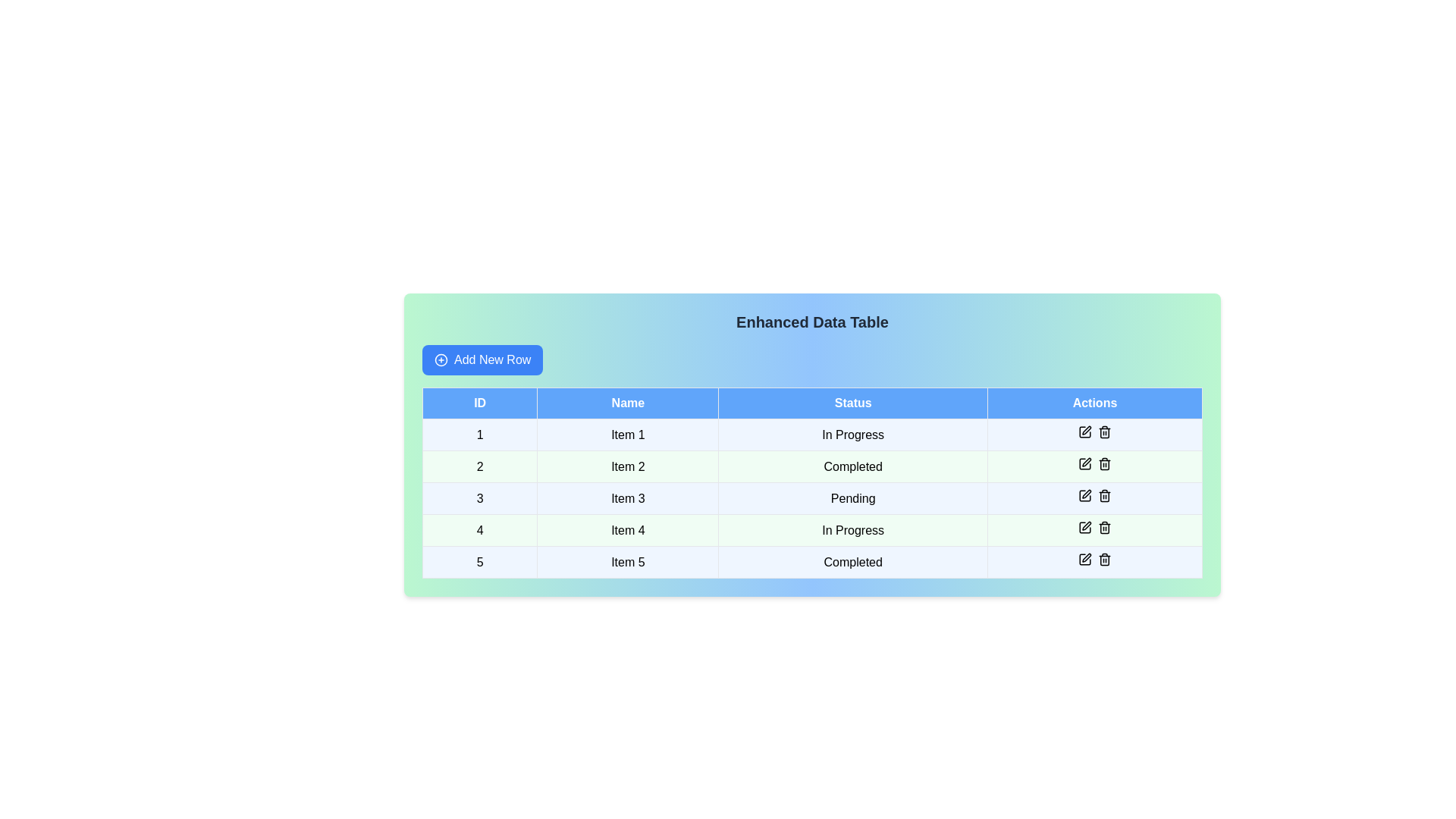 This screenshot has width=1456, height=819. I want to click on the non-interactive display cell in the table that shows the title 'Item 4', located in the second column of the fourth row, under the 'Name' header, so click(628, 529).